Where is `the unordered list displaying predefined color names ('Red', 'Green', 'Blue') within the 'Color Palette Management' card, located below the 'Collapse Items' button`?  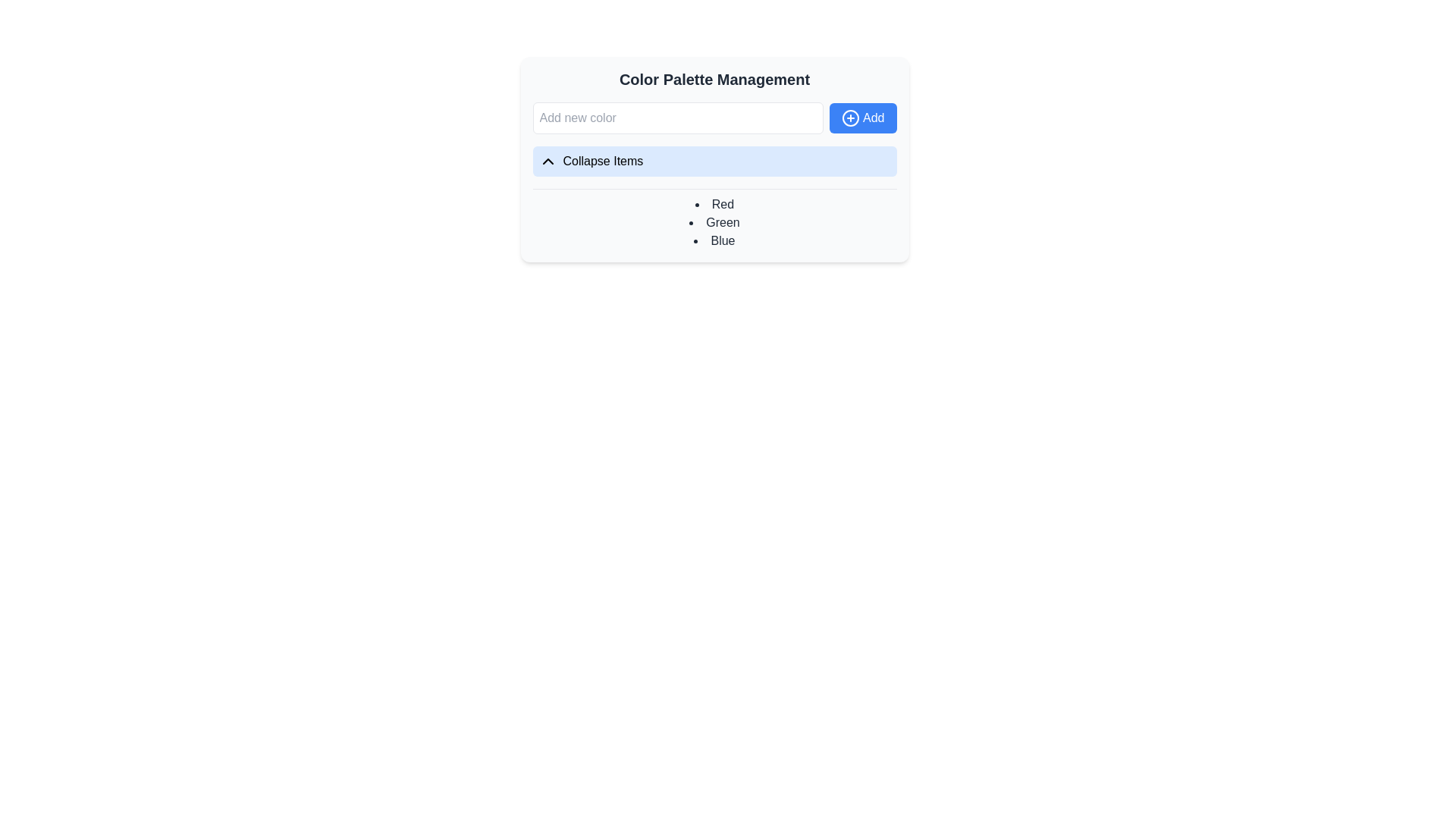 the unordered list displaying predefined color names ('Red', 'Green', 'Blue') within the 'Color Palette Management' card, located below the 'Collapse Items' button is located at coordinates (714, 219).